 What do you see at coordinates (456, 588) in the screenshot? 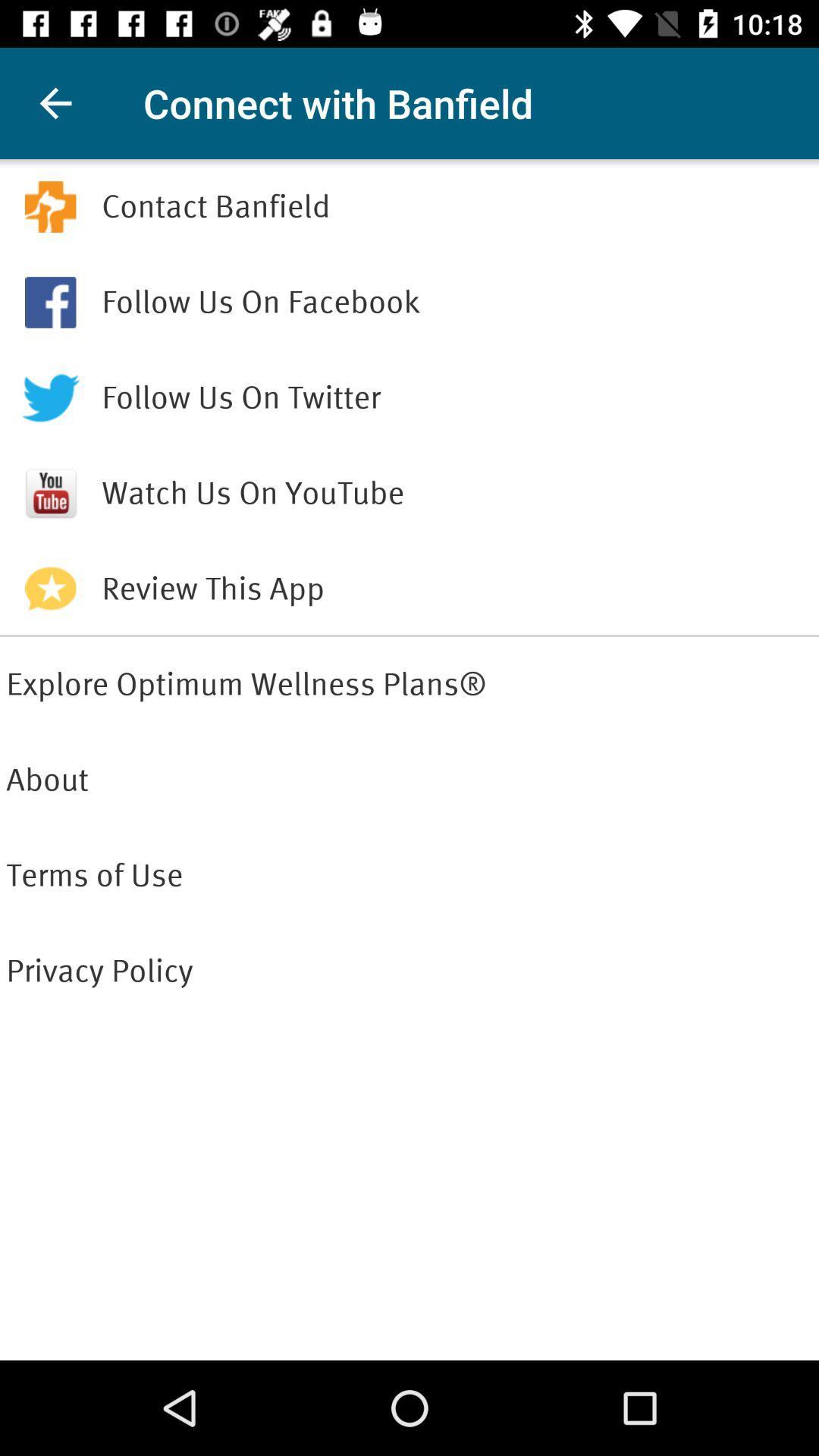
I see `review this app item` at bounding box center [456, 588].